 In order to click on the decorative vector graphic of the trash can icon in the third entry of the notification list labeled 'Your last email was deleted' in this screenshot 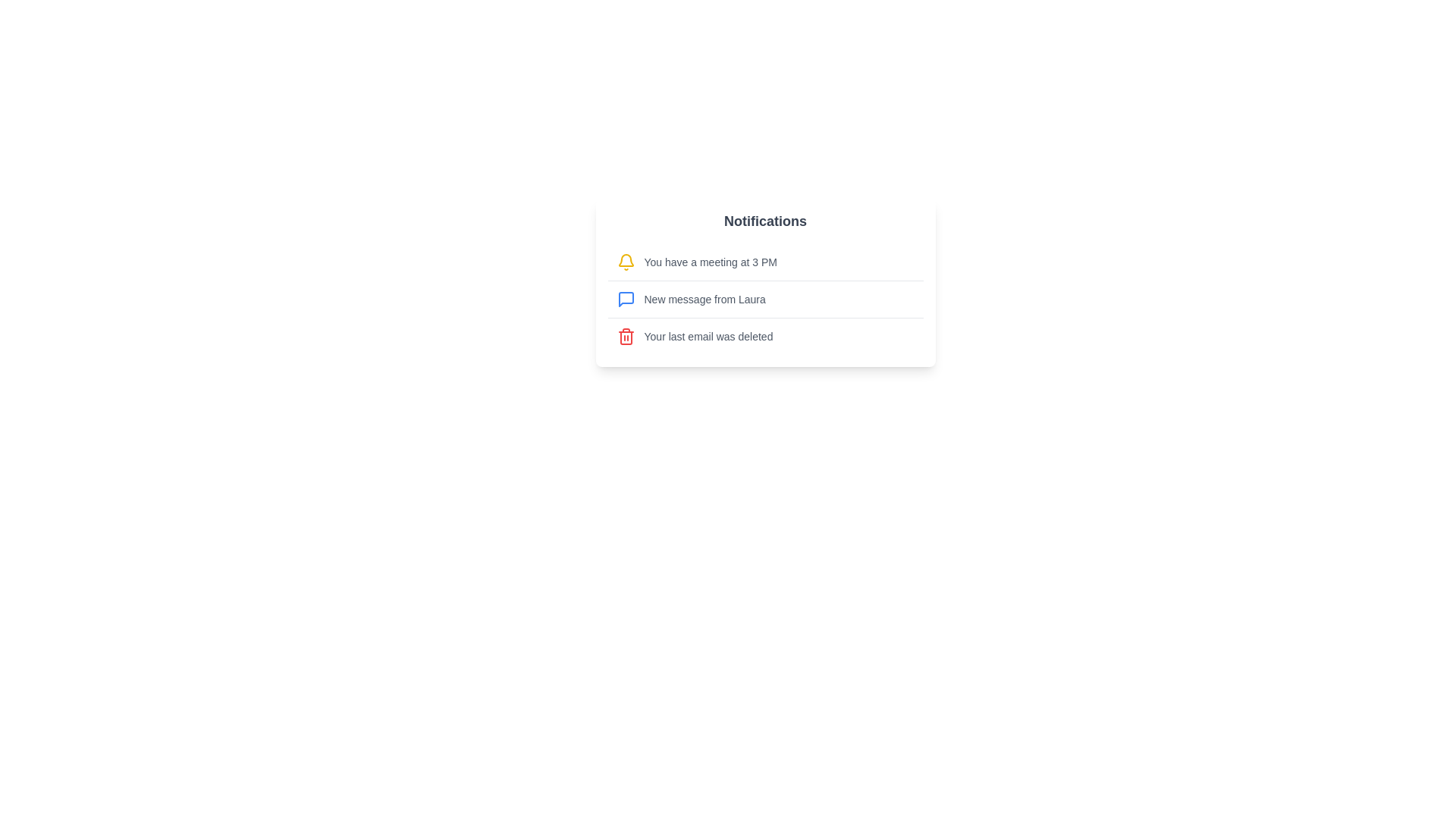, I will do `click(626, 337)`.